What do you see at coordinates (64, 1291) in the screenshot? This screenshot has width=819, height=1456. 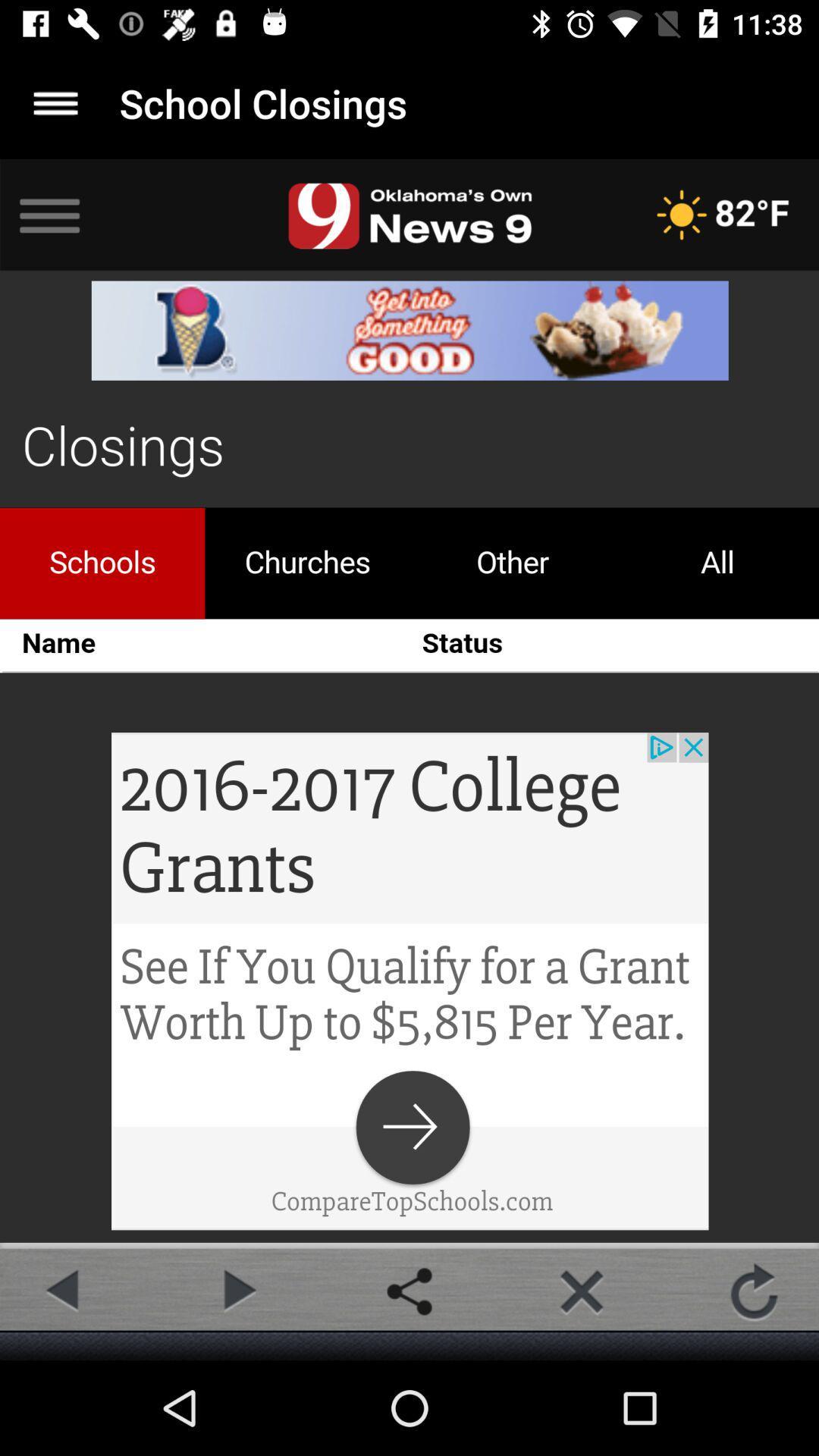 I see `go previous` at bounding box center [64, 1291].